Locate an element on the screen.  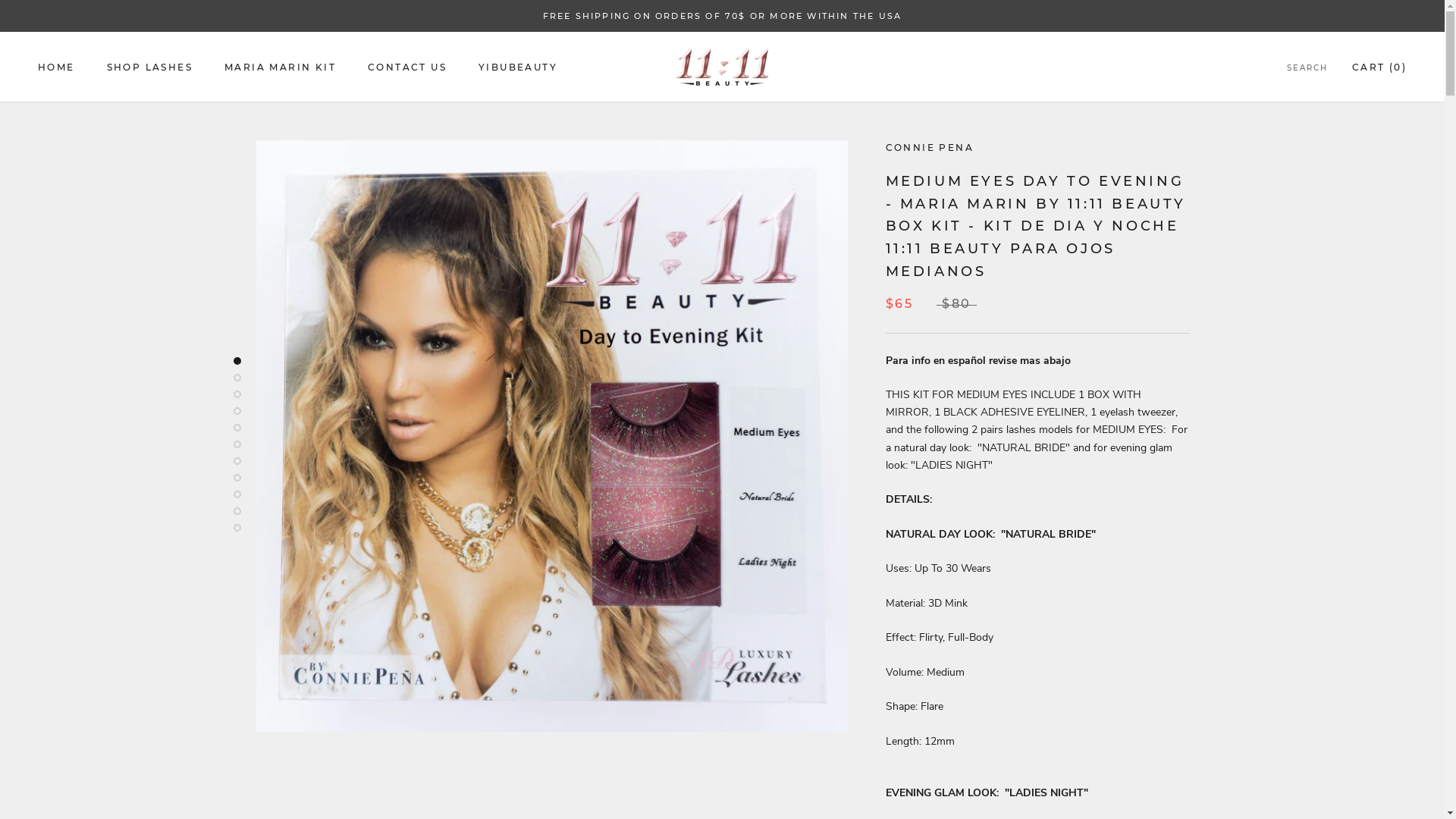
'CONTACT US' is located at coordinates (407, 66).